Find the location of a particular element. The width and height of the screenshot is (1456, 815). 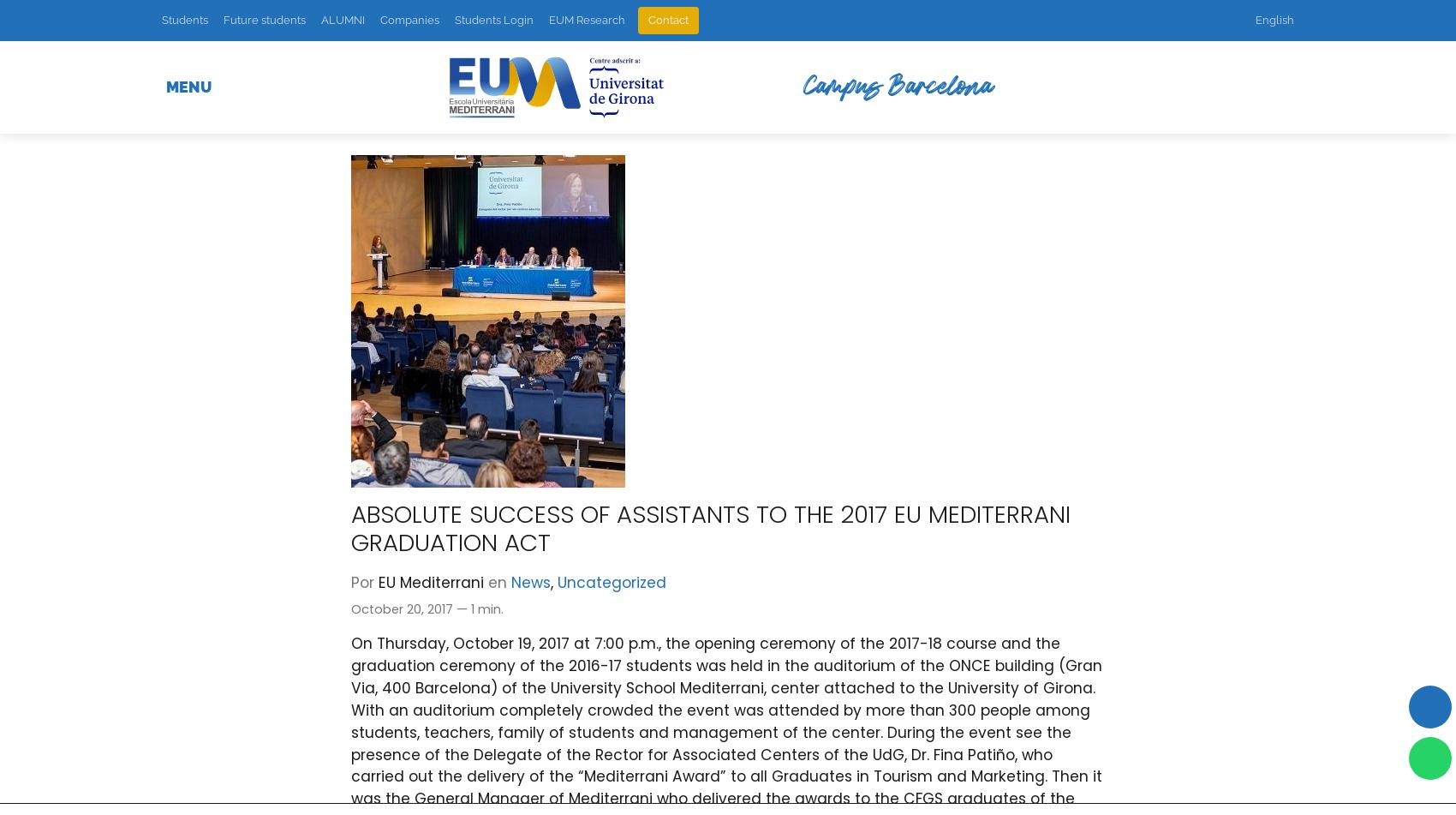

'ALUMNI' is located at coordinates (320, 20).